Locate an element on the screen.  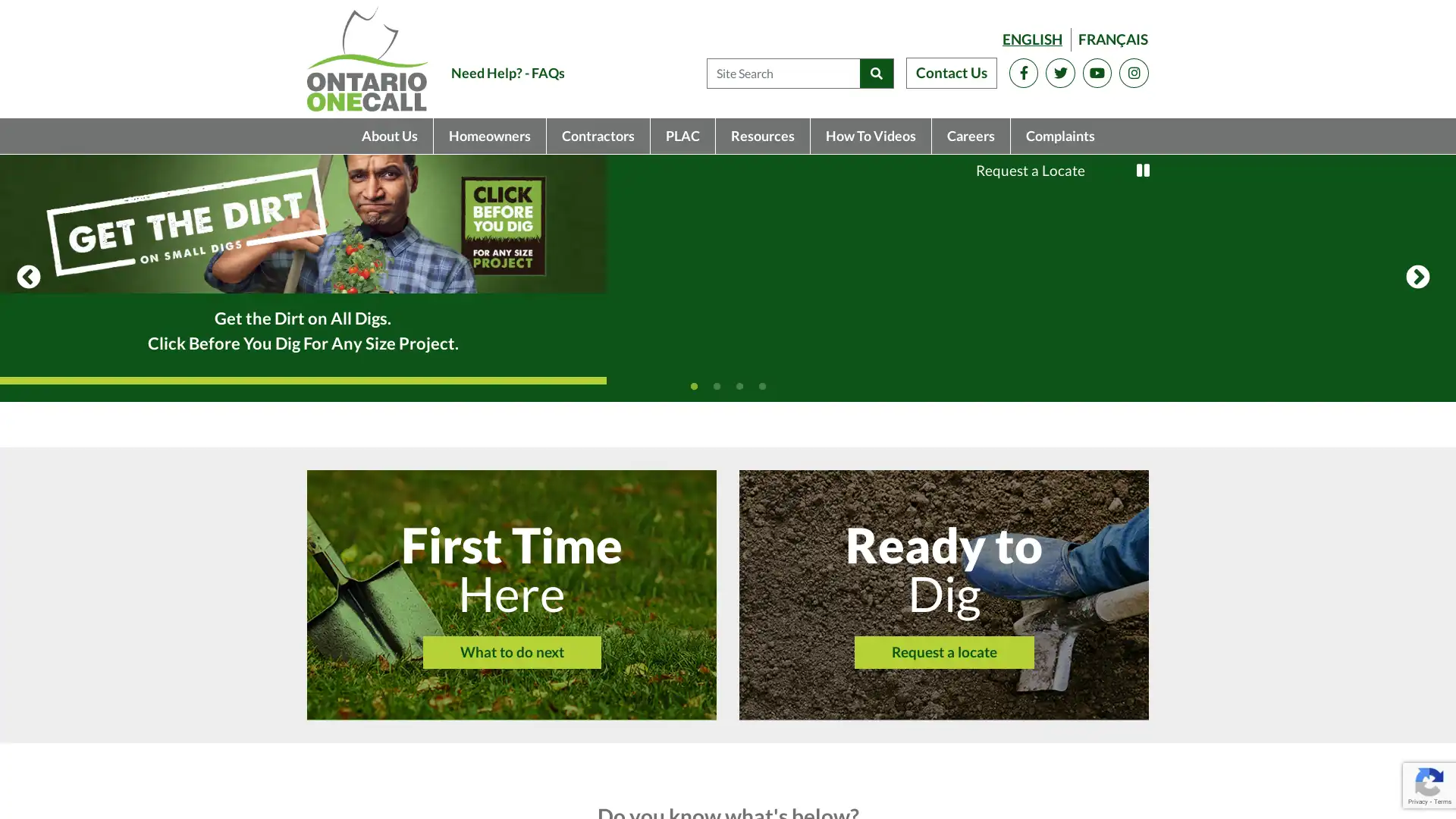
Previous is located at coordinates (29, 366).